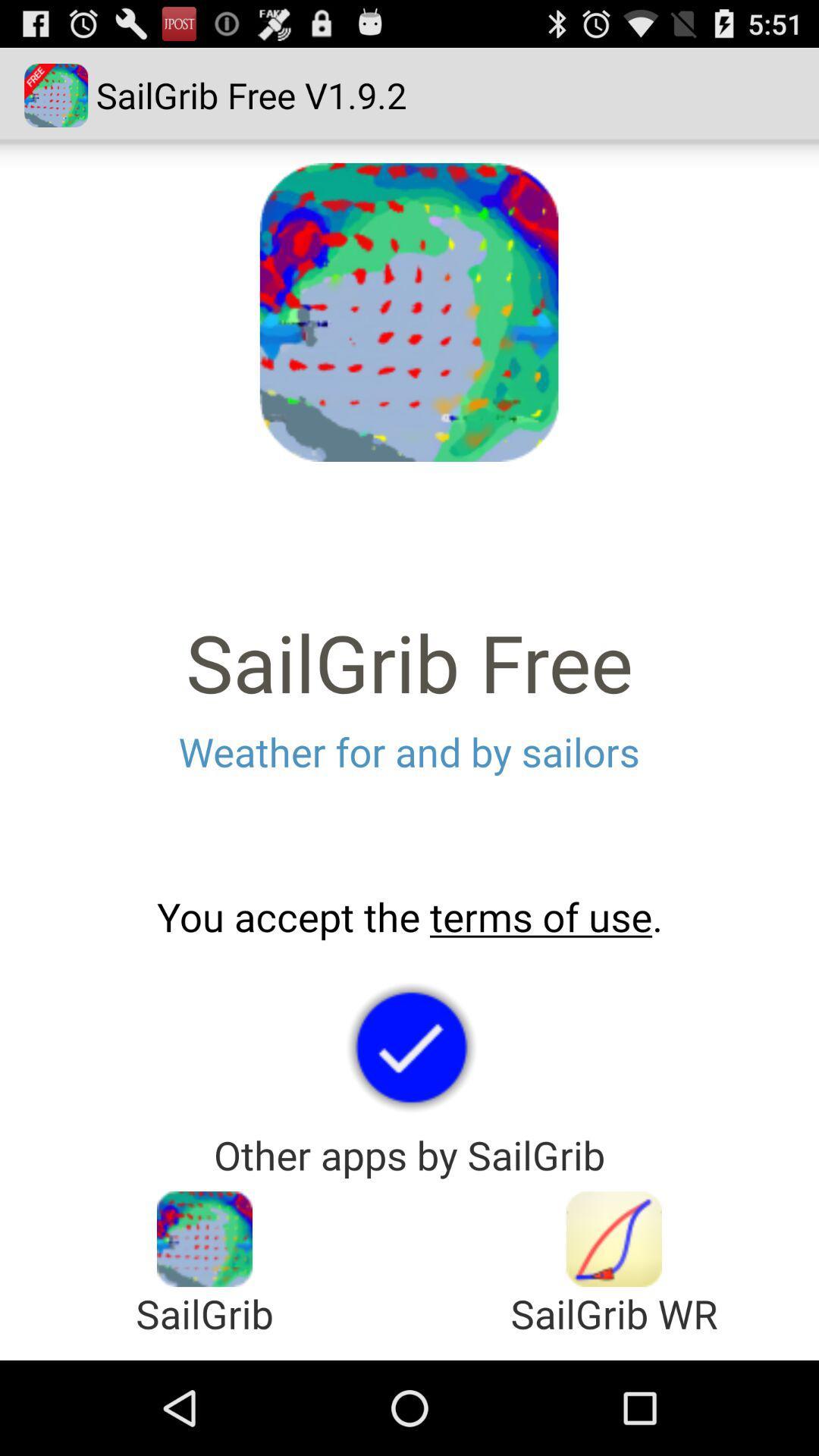 This screenshot has height=1456, width=819. Describe the element at coordinates (614, 1239) in the screenshot. I see `other app` at that location.